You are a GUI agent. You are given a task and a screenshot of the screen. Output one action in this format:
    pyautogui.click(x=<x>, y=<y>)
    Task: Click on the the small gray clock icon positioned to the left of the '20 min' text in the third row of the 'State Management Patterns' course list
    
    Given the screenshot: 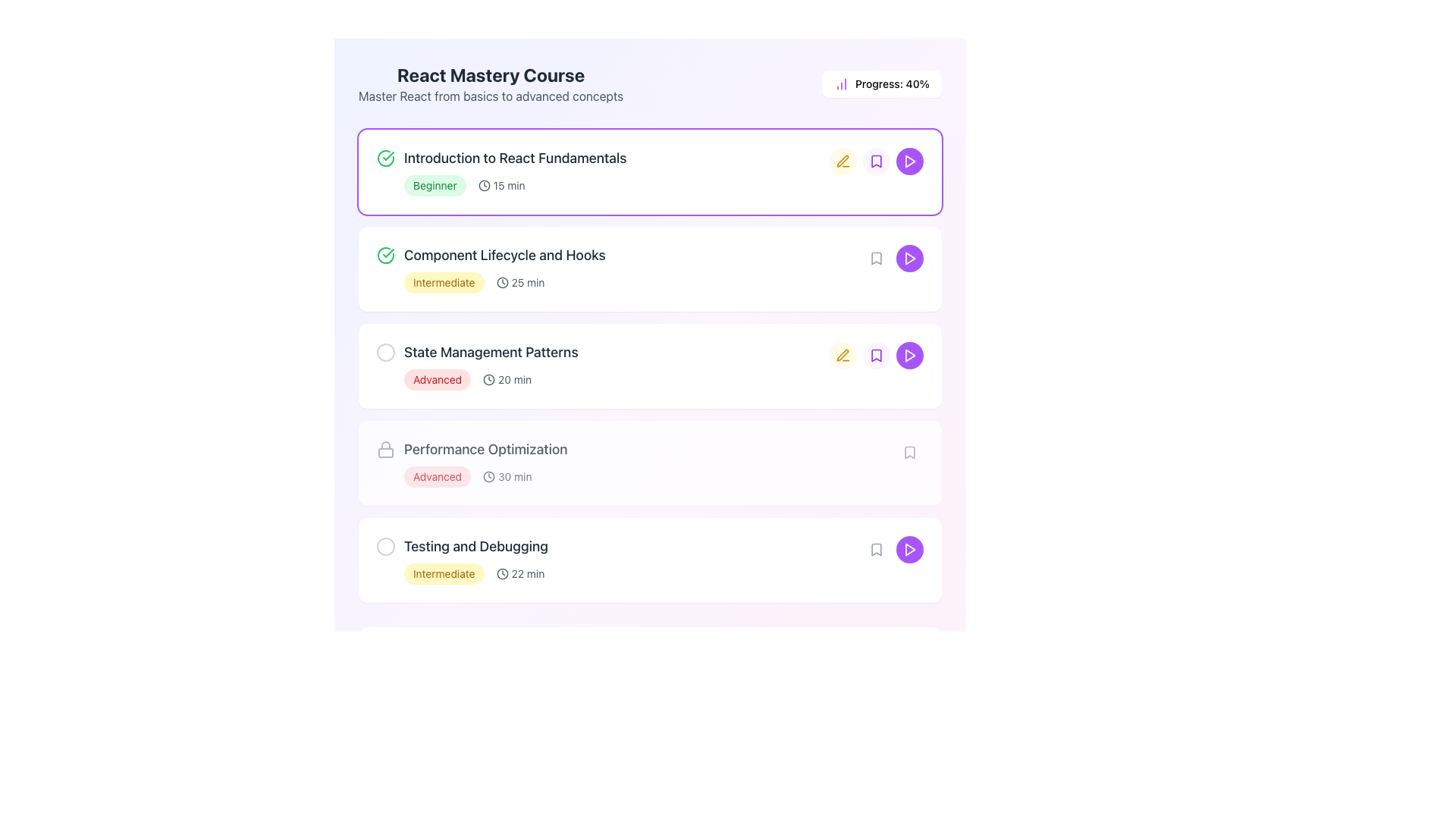 What is the action you would take?
    pyautogui.click(x=489, y=379)
    